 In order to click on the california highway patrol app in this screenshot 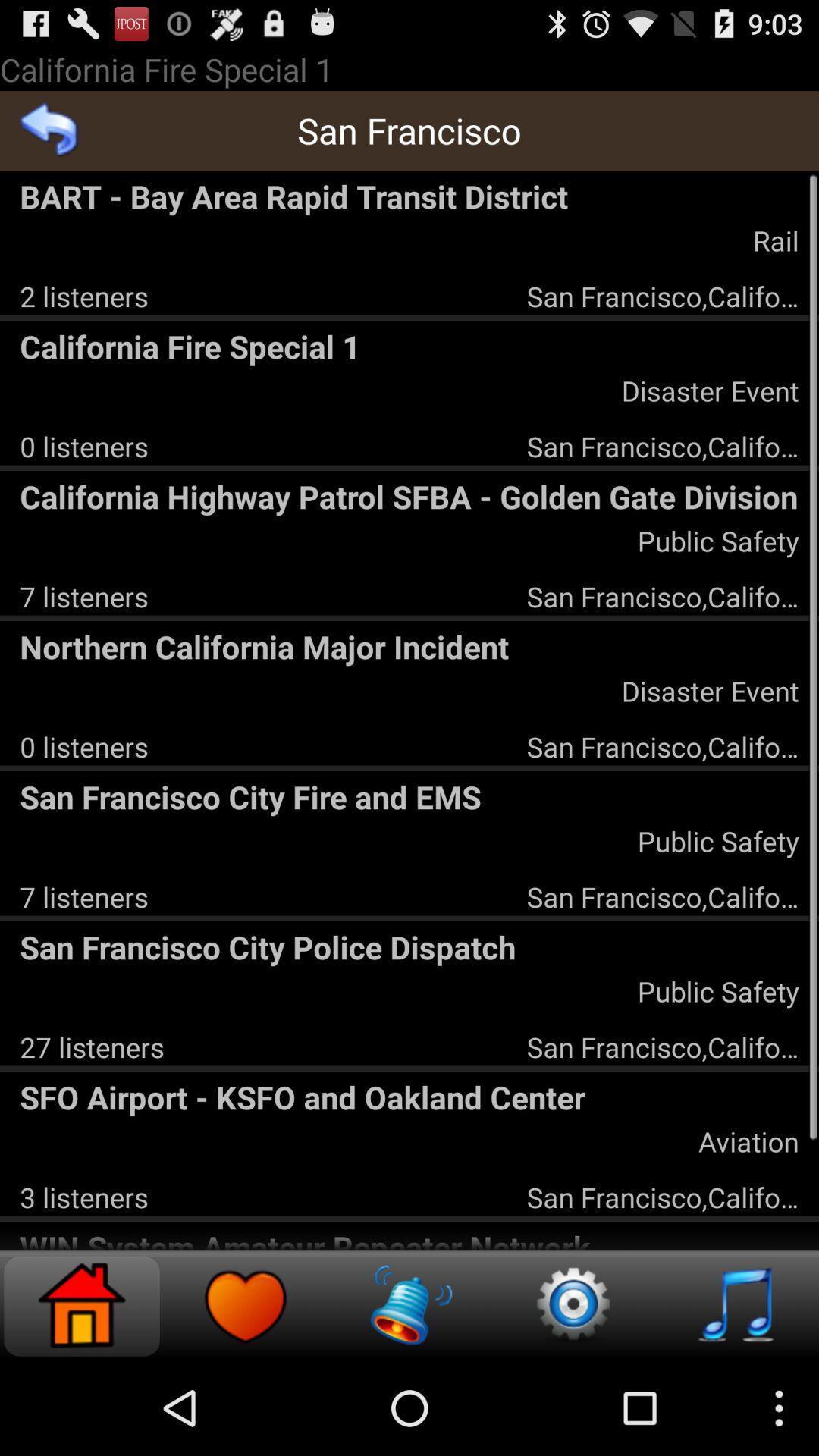, I will do `click(409, 496)`.